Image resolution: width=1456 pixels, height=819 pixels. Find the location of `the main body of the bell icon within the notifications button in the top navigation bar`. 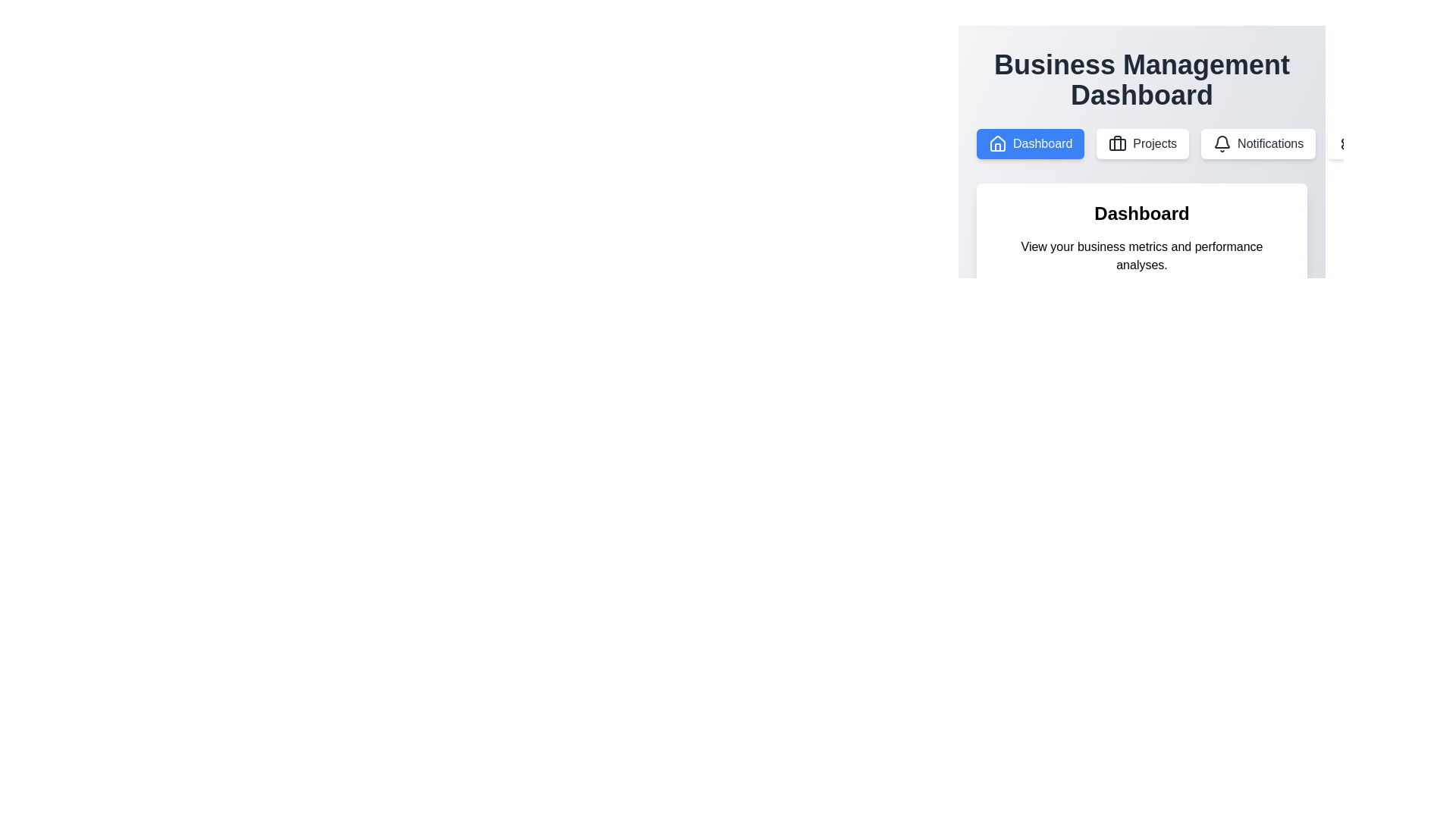

the main body of the bell icon within the notifications button in the top navigation bar is located at coordinates (1222, 142).